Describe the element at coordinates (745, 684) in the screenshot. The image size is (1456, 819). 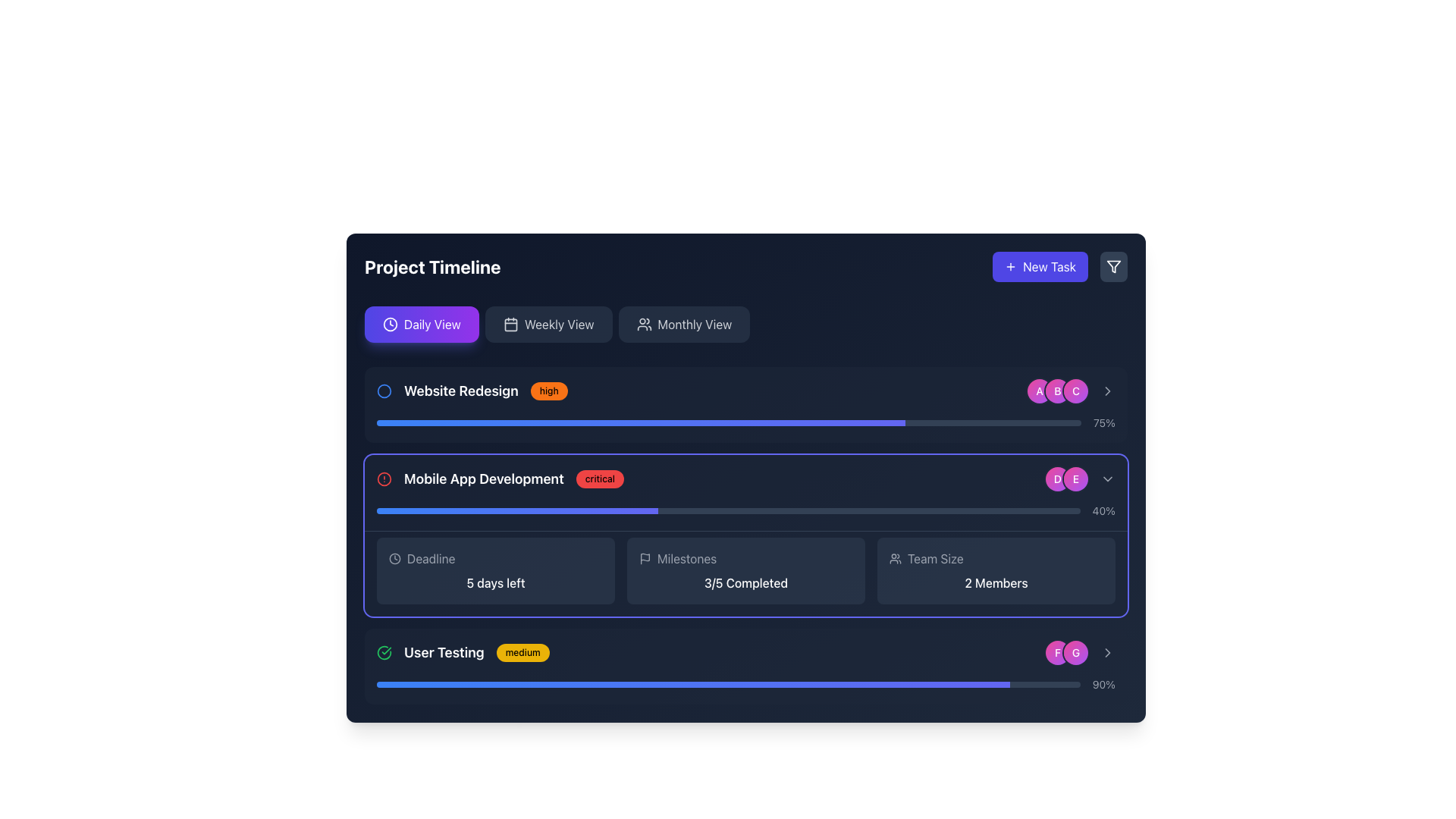
I see `the progress bar indicating 90% completion located at the bottom of the 'User Testing' card in the timeline interface` at that location.